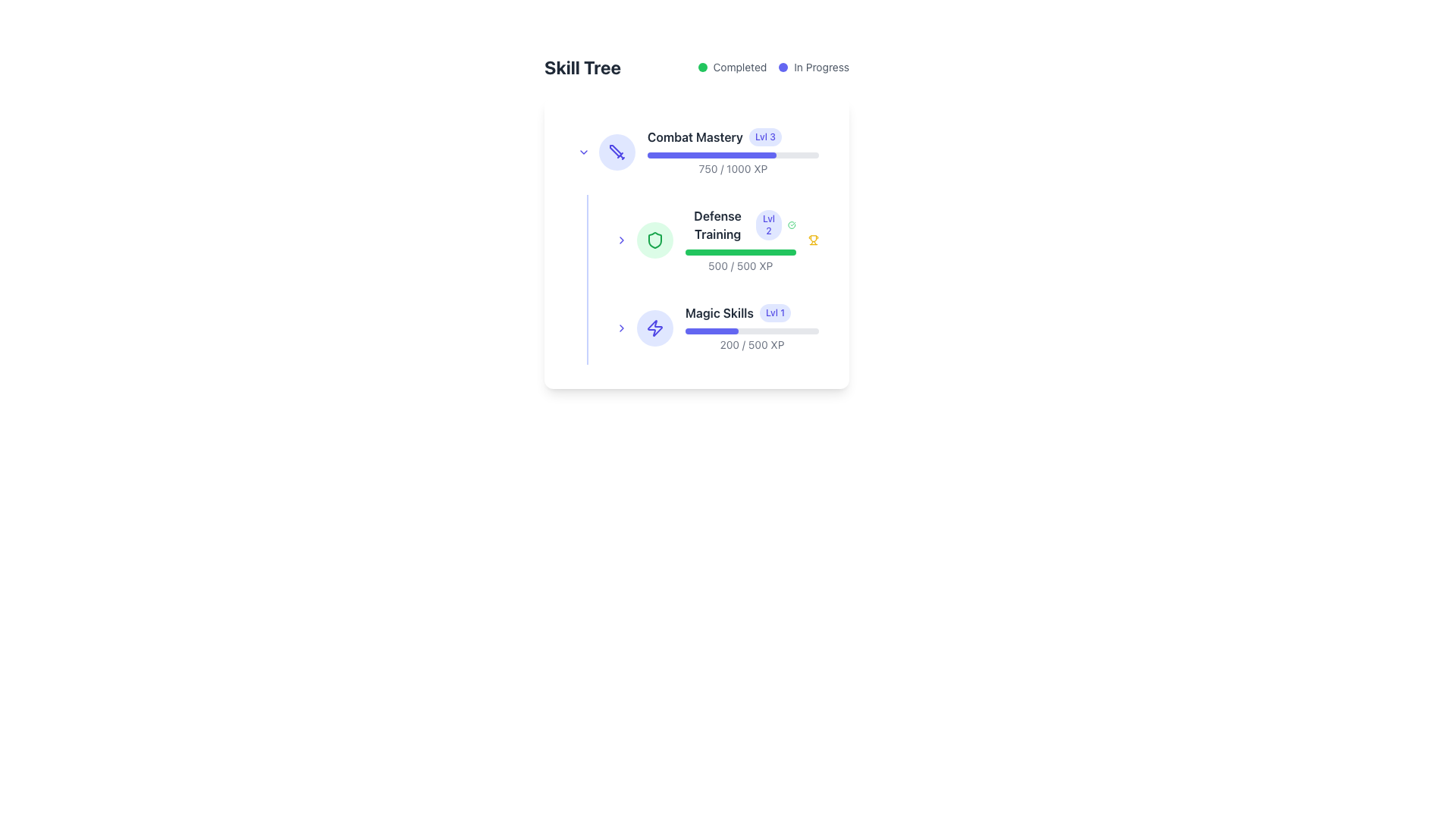 This screenshot has height=819, width=1456. What do you see at coordinates (752, 312) in the screenshot?
I see `the element displaying 'Magic Skills' with a blue 'Lvl 1' label, located in the skill tree interface below 'Defense Training Lvl 2'` at bounding box center [752, 312].